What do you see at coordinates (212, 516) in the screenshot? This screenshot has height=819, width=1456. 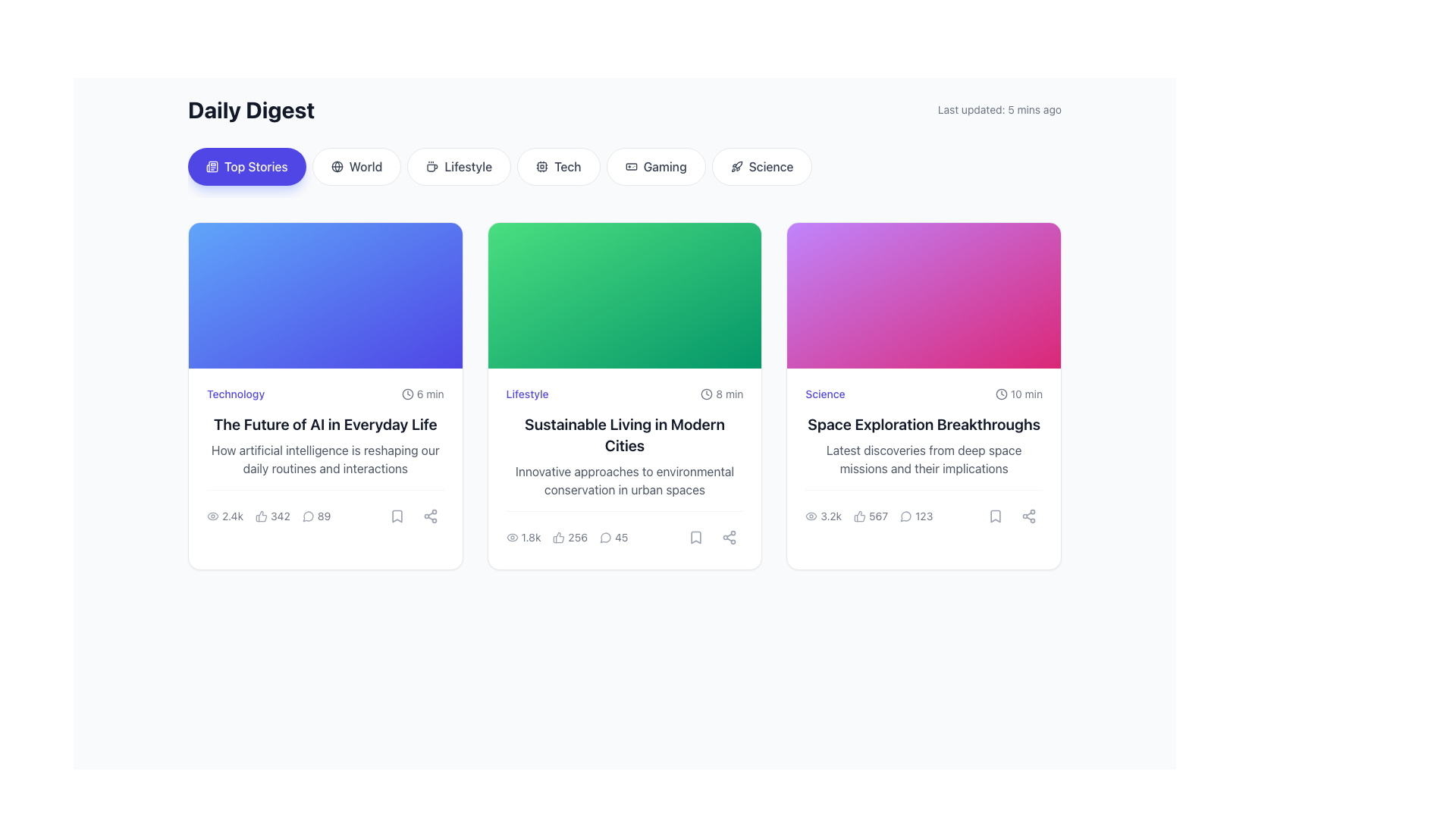 I see `the eye icon in the lower section of the first card` at bounding box center [212, 516].